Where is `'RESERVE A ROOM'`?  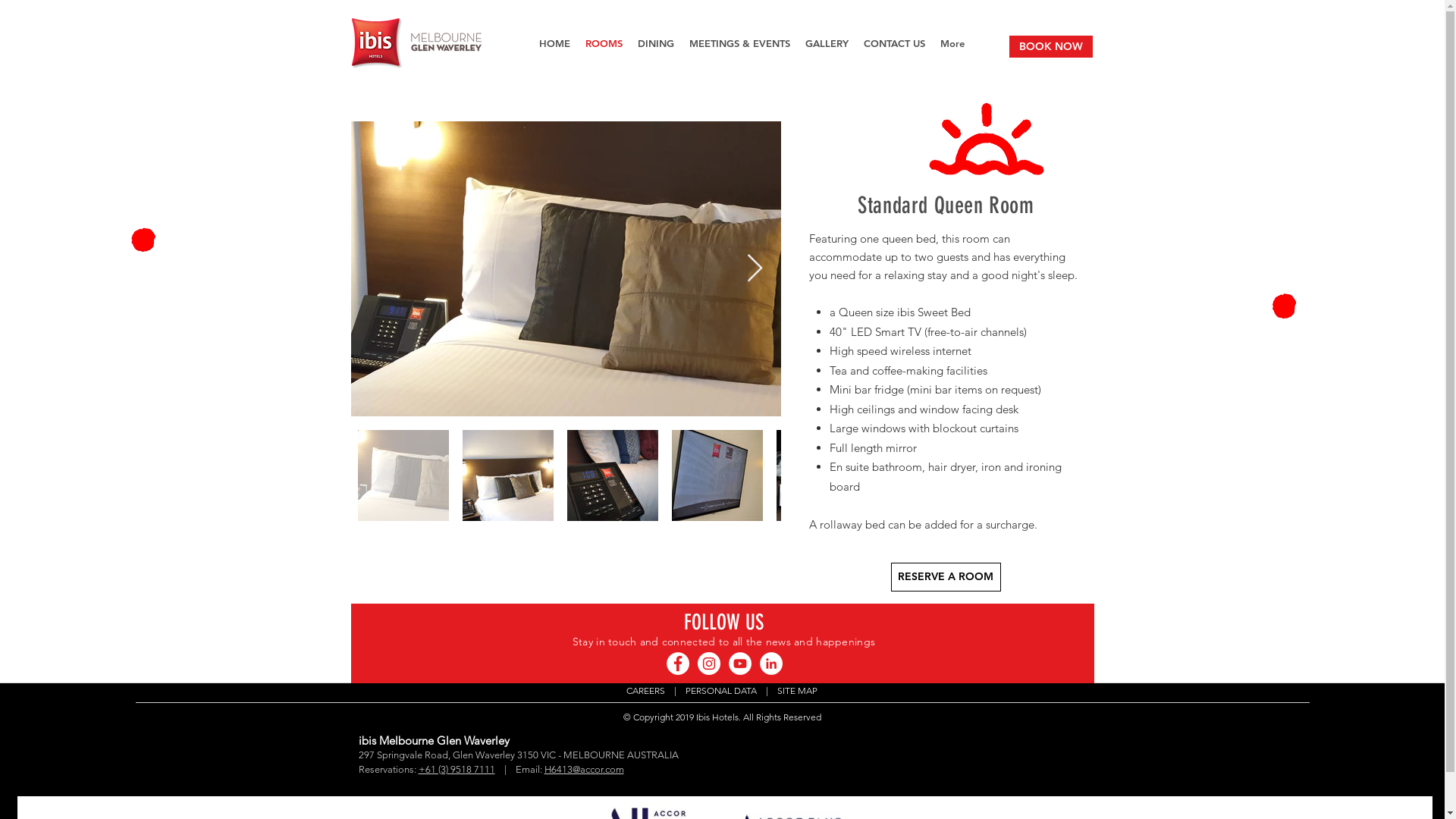 'RESERVE A ROOM' is located at coordinates (944, 576).